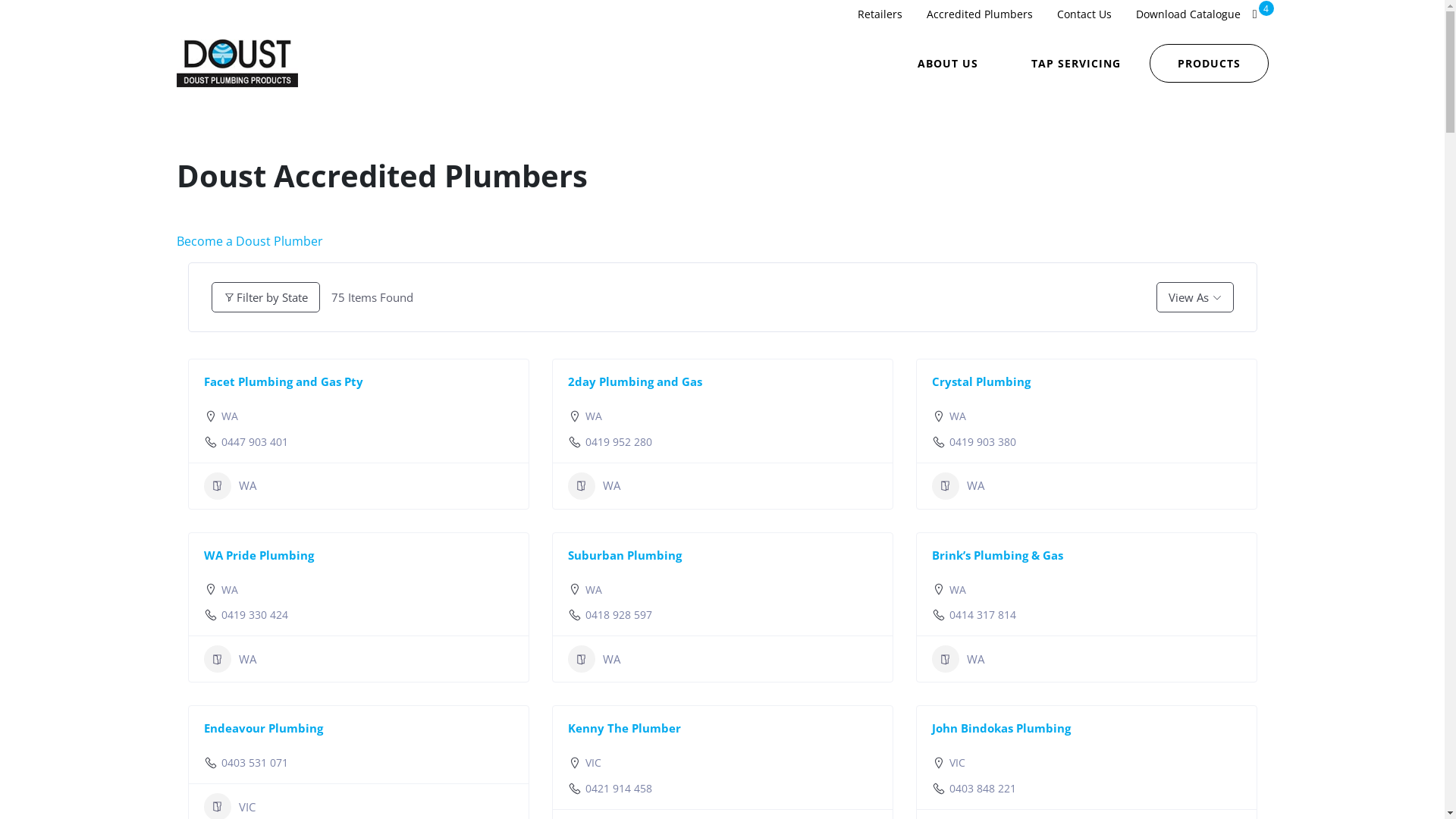 This screenshot has width=1456, height=819. Describe the element at coordinates (983, 614) in the screenshot. I see `'0414 317 814'` at that location.